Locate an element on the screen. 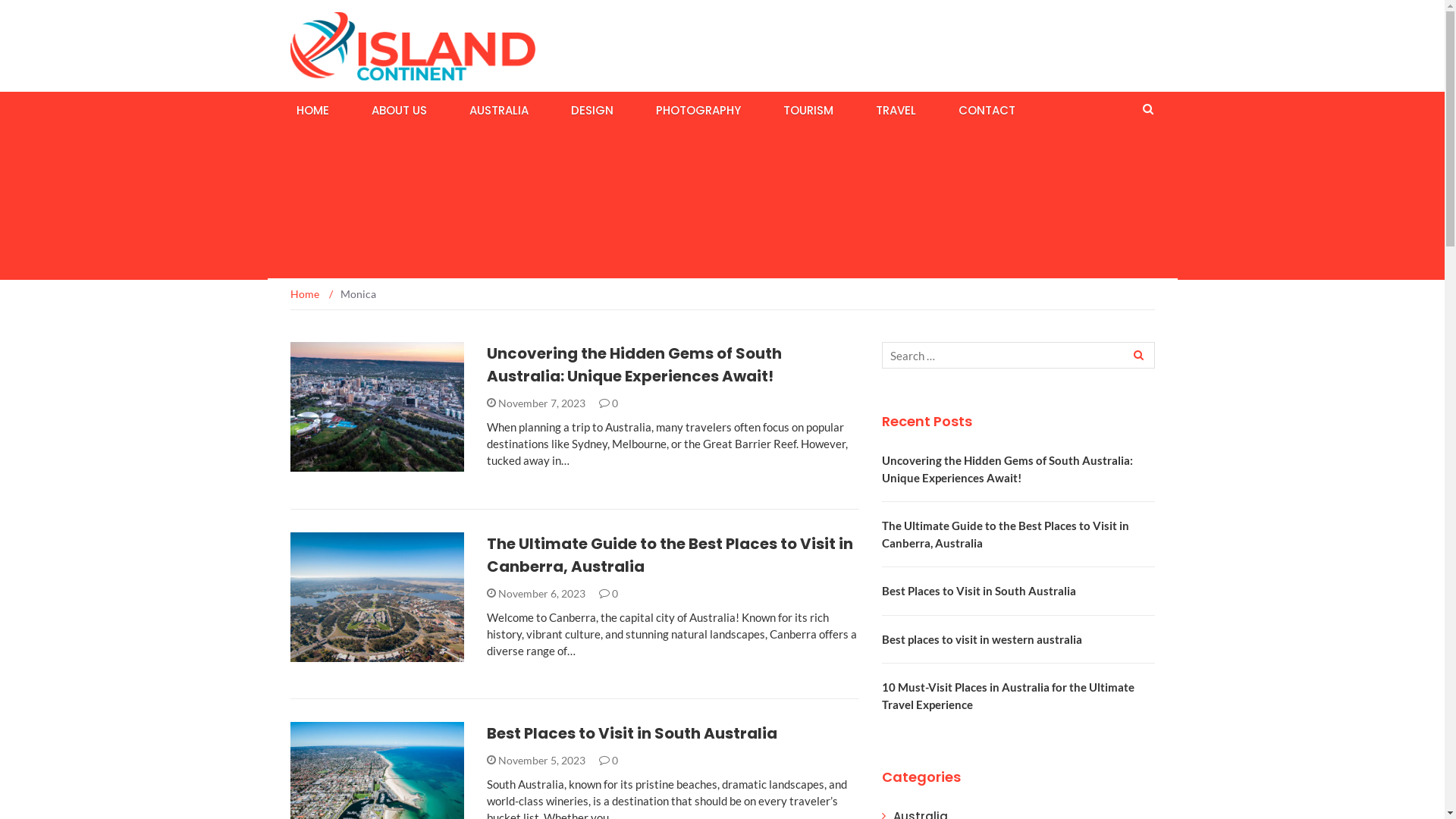  'Home' is located at coordinates (304, 293).